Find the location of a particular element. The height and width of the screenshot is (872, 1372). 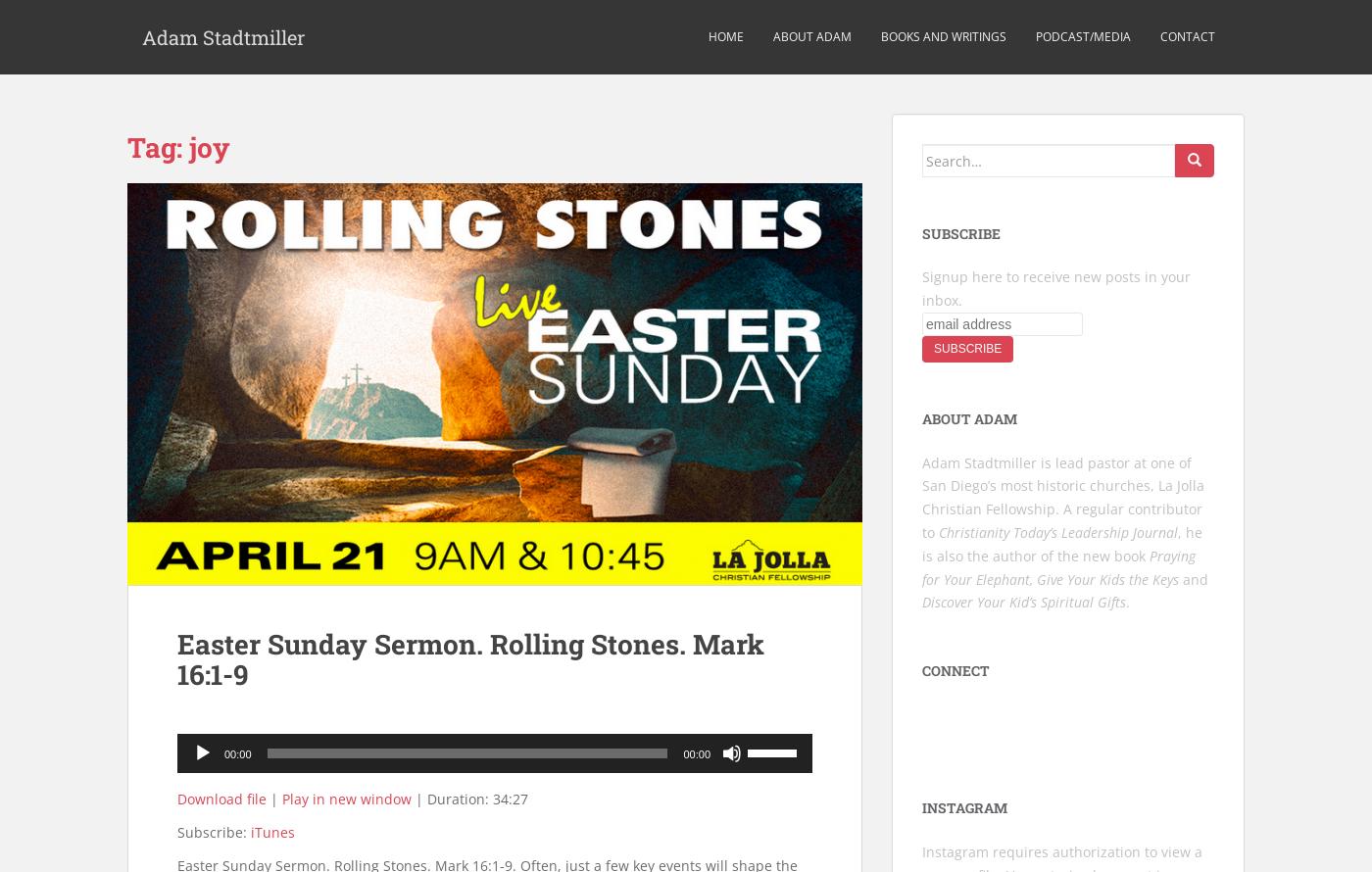

'Duration: 34:27' is located at coordinates (477, 799).